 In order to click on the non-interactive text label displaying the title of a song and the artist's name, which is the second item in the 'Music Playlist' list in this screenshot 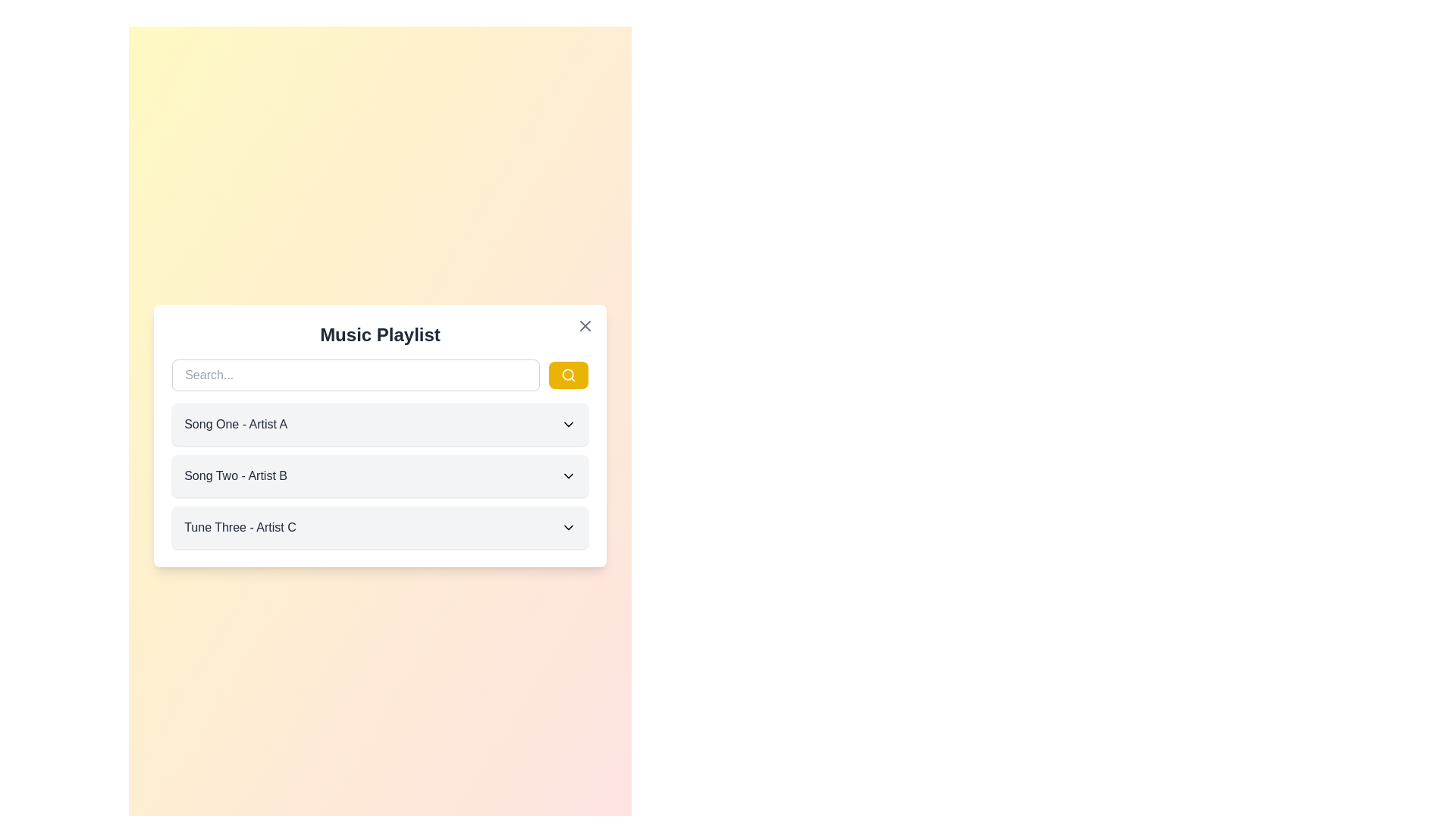, I will do `click(235, 475)`.